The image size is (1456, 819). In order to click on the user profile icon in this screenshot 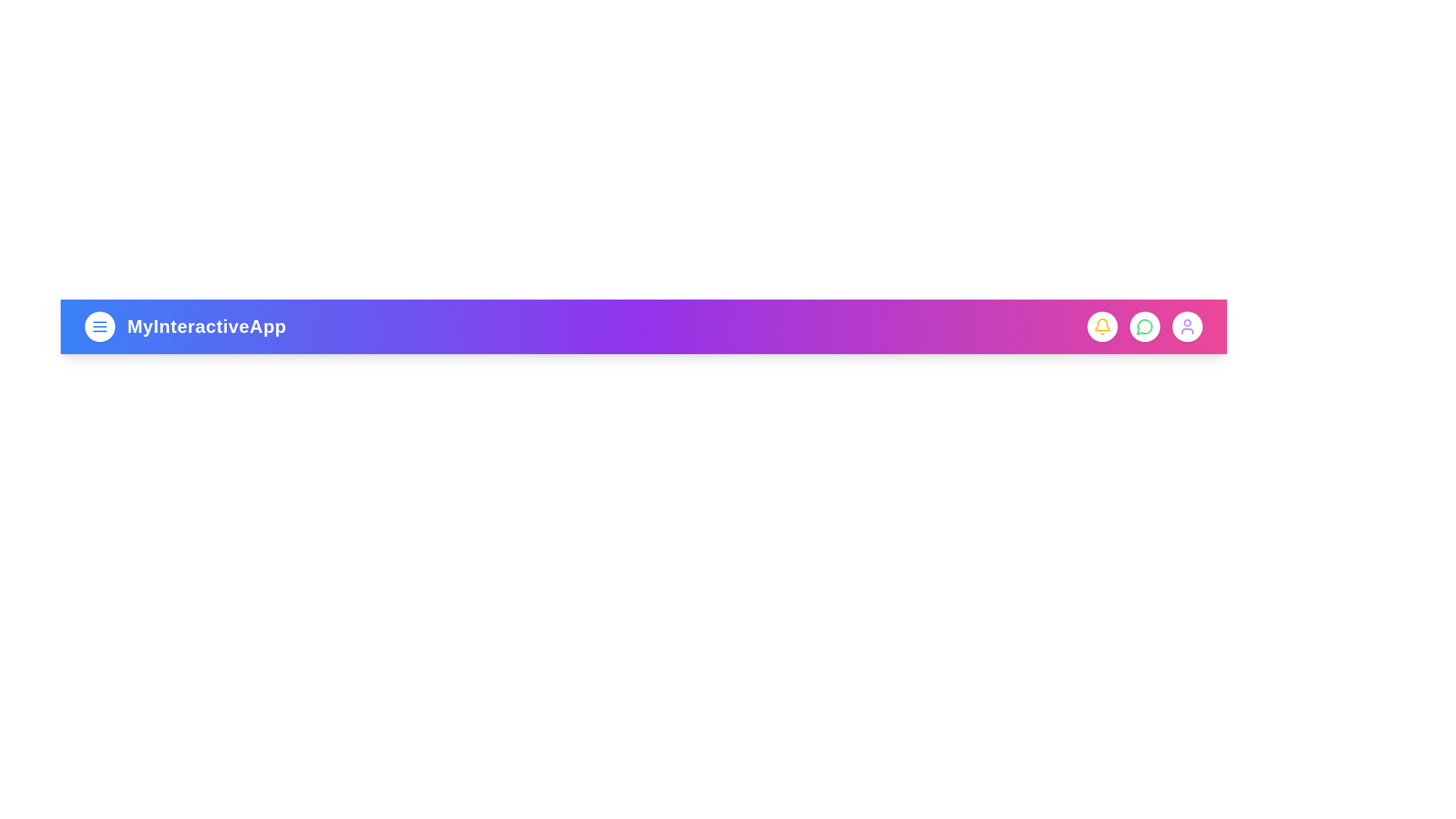, I will do `click(1186, 326)`.